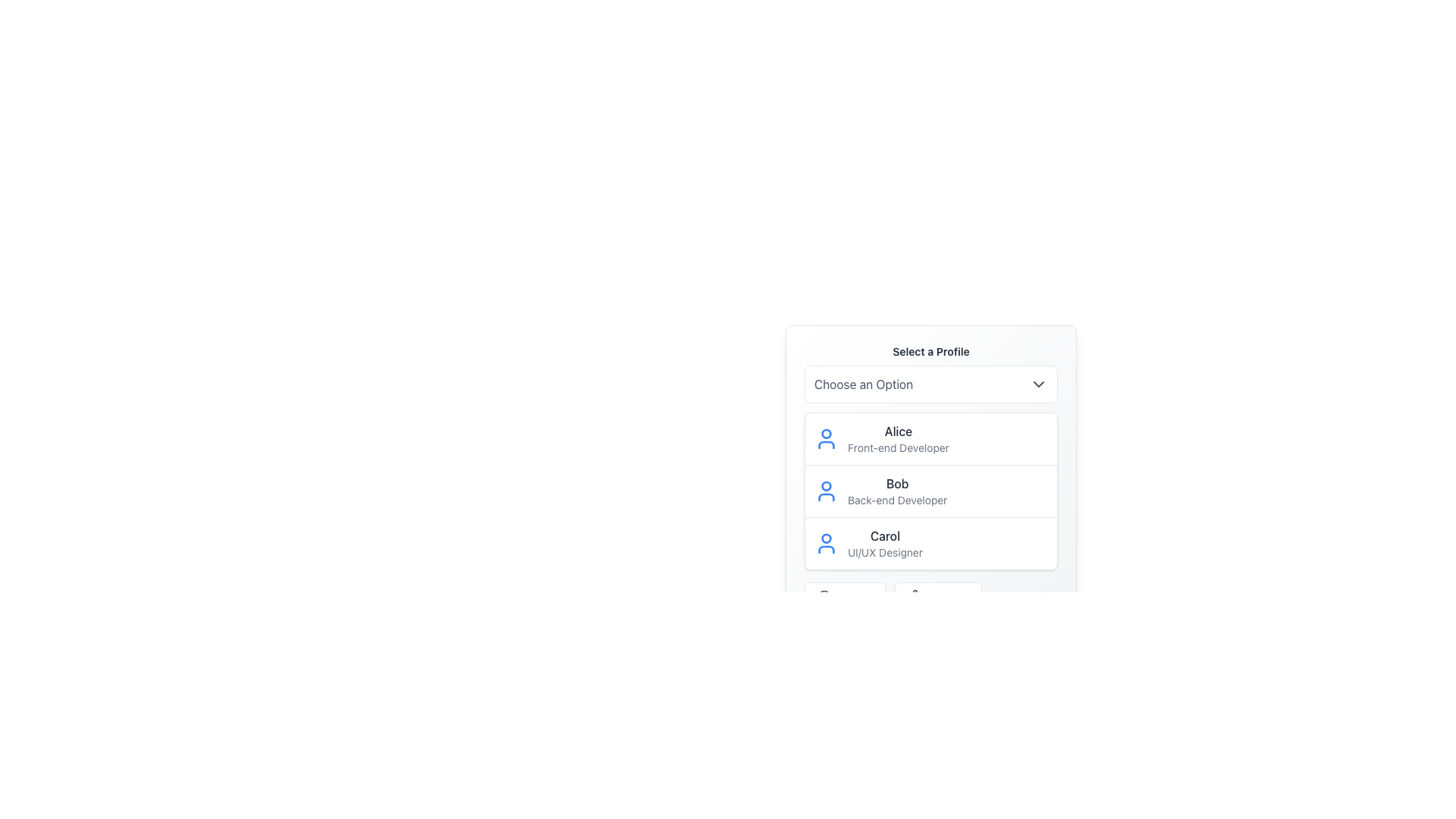  What do you see at coordinates (899, 447) in the screenshot?
I see `the Text label indicating 'Alice's professional designation as a Front-end Developer, located beneath the 'Alice' profile entry` at bounding box center [899, 447].